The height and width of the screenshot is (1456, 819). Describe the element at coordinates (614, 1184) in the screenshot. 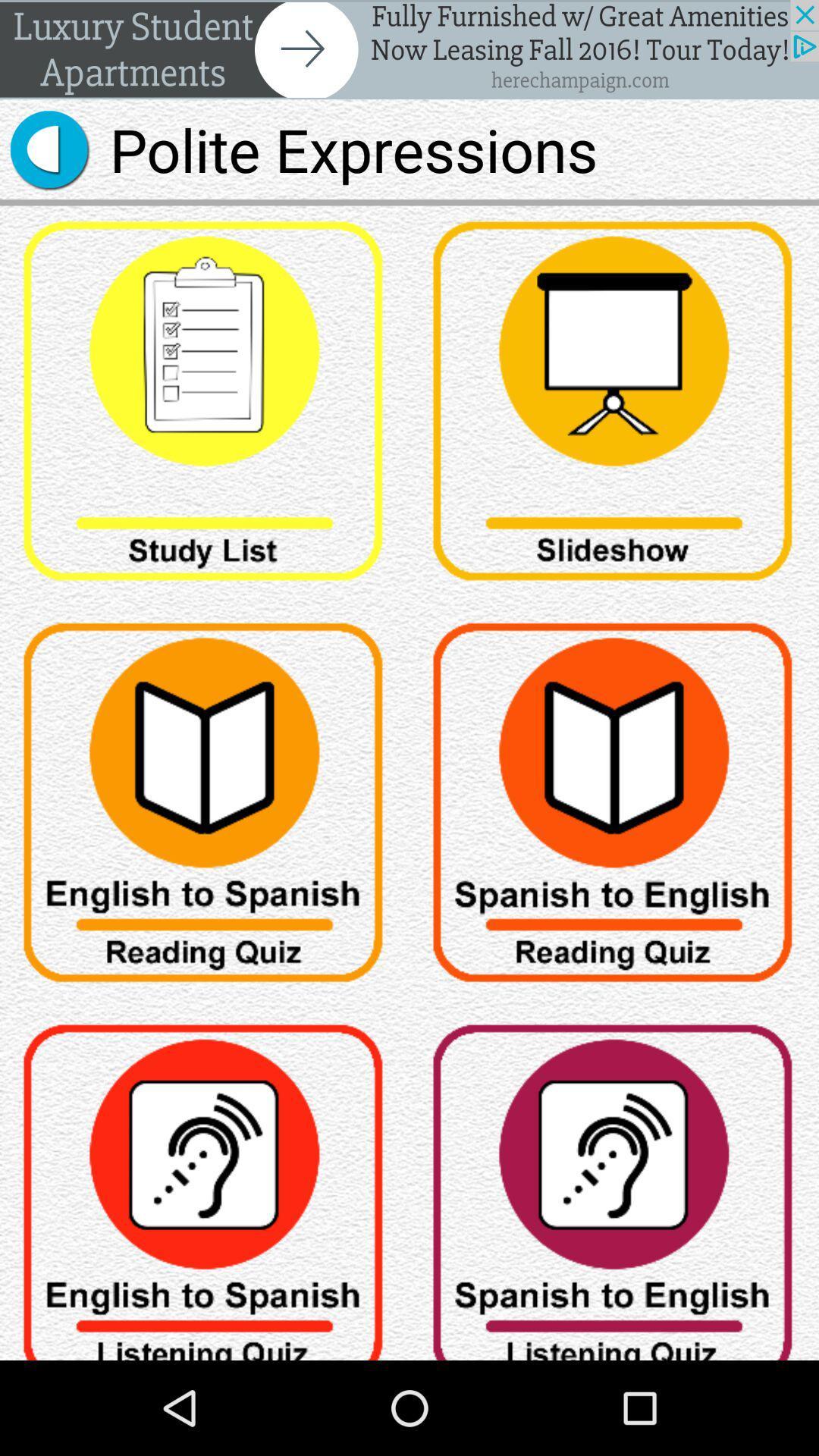

I see `translating a language` at that location.